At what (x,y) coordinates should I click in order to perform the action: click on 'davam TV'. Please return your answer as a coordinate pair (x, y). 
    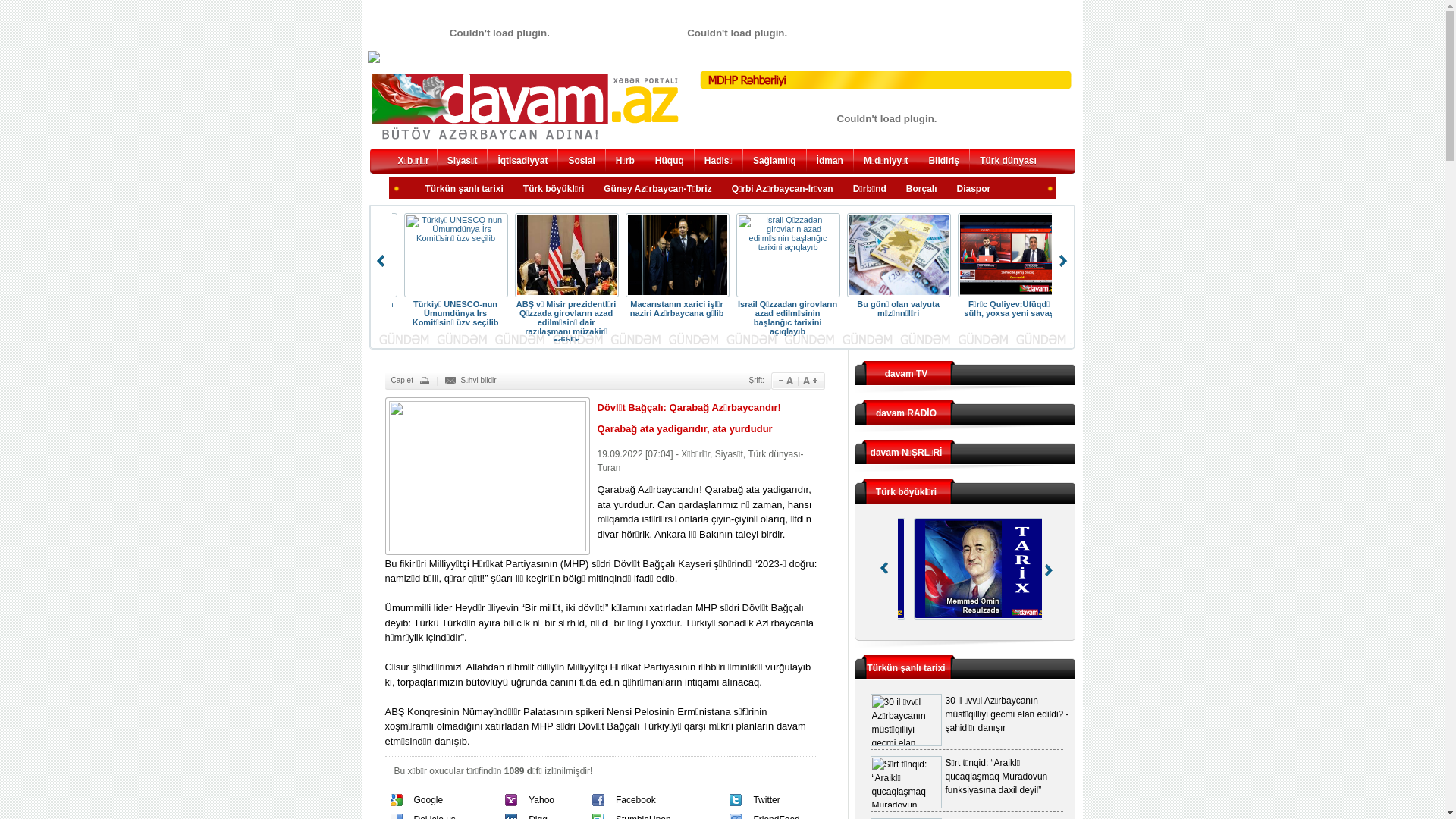
    Looking at the image, I should click on (906, 374).